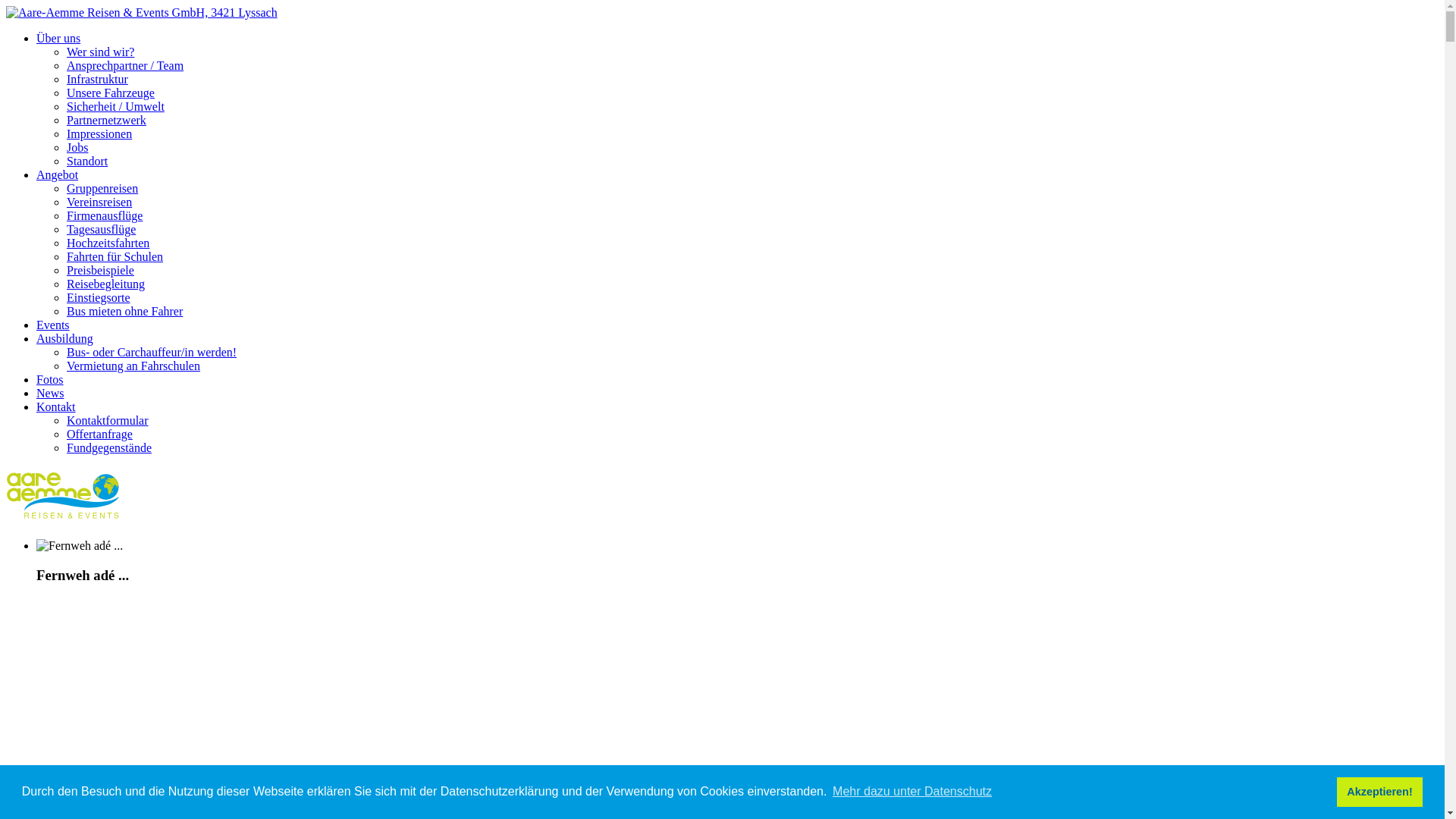 This screenshot has height=819, width=1456. What do you see at coordinates (50, 392) in the screenshot?
I see `'News'` at bounding box center [50, 392].